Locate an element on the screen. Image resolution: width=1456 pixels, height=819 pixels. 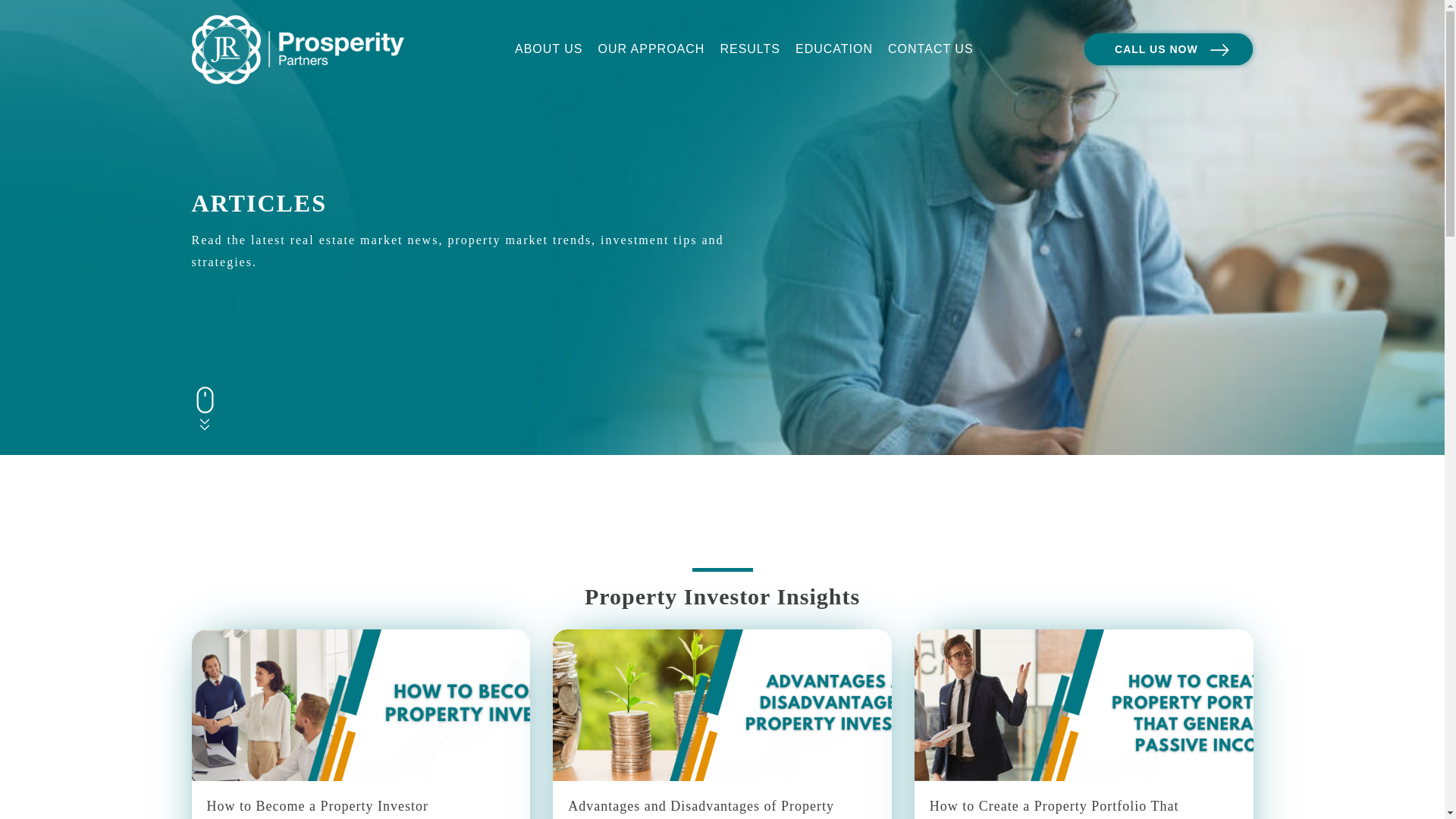
'OUR APPROACH' is located at coordinates (651, 49).